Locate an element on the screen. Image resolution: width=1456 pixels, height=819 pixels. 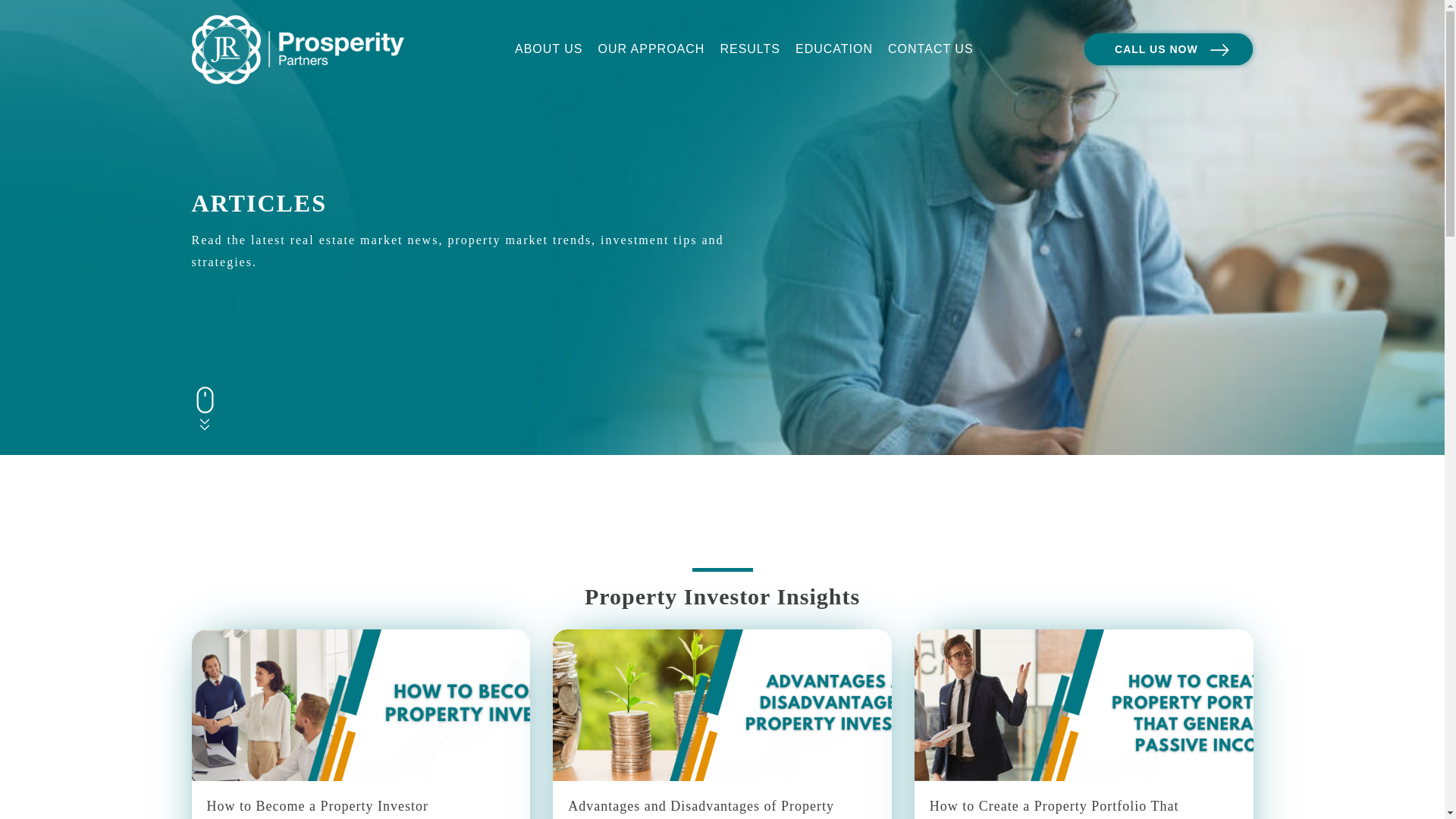
'OUR APPROACH' is located at coordinates (651, 49).